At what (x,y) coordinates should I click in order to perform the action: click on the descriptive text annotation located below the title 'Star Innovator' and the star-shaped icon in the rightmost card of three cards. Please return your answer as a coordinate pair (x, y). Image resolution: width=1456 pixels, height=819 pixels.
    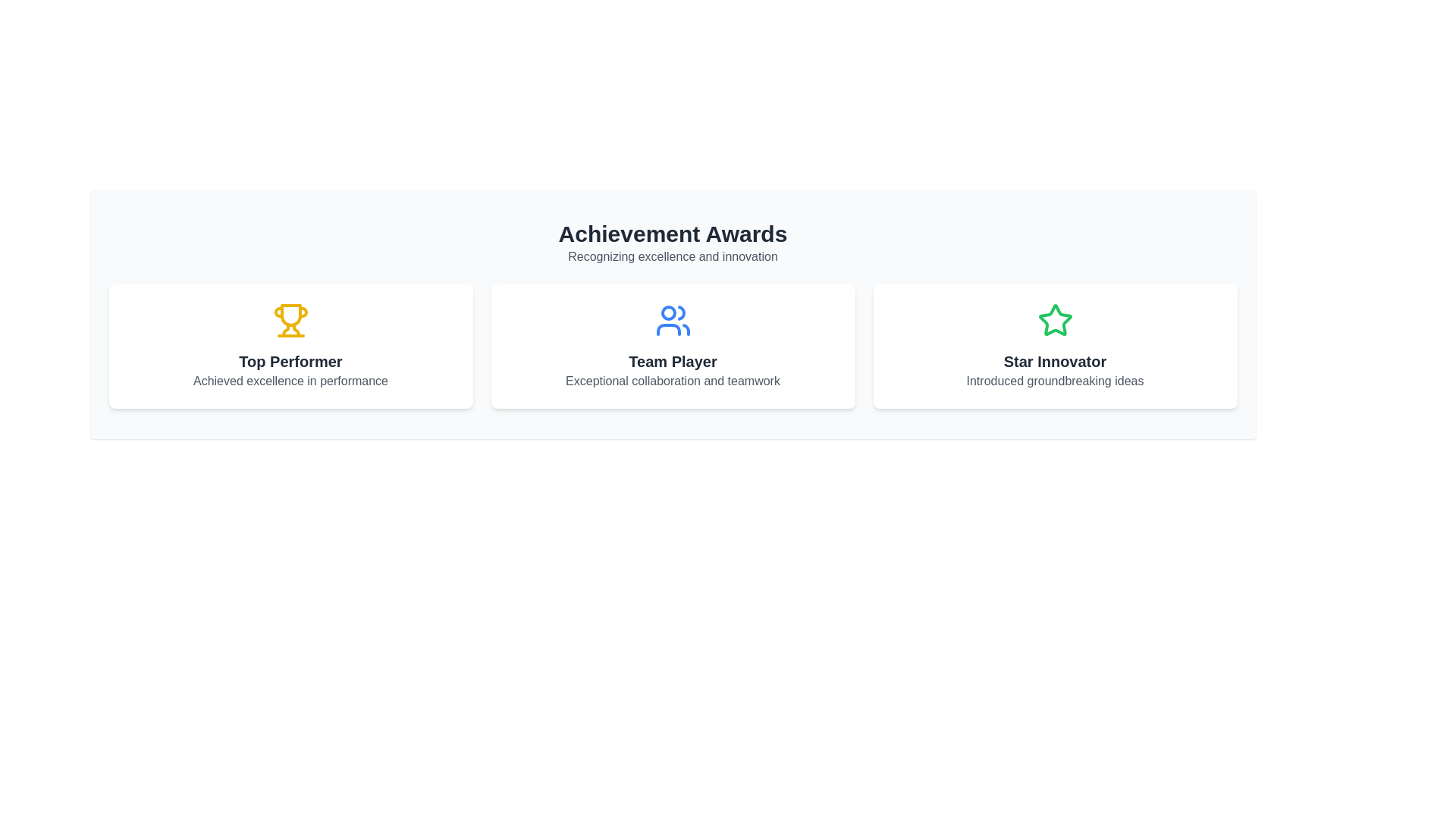
    Looking at the image, I should click on (1054, 380).